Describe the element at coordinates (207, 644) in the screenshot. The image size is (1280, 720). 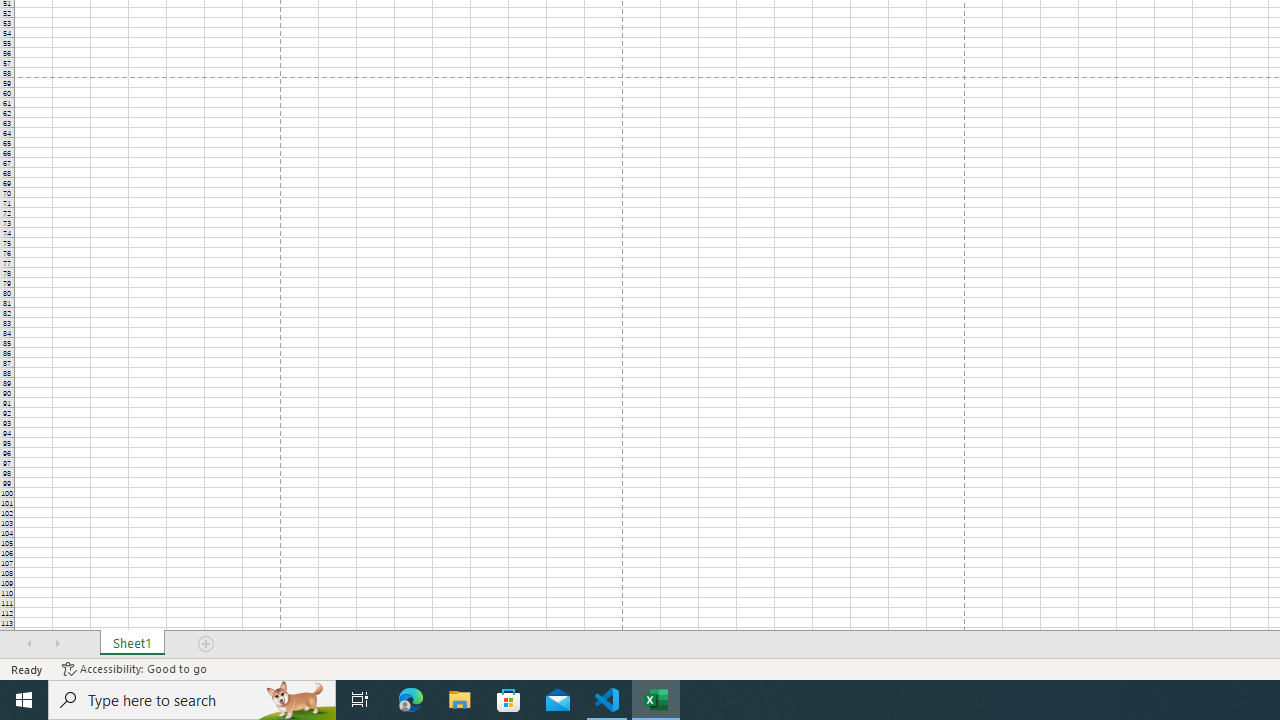
I see `'Add Sheet'` at that location.